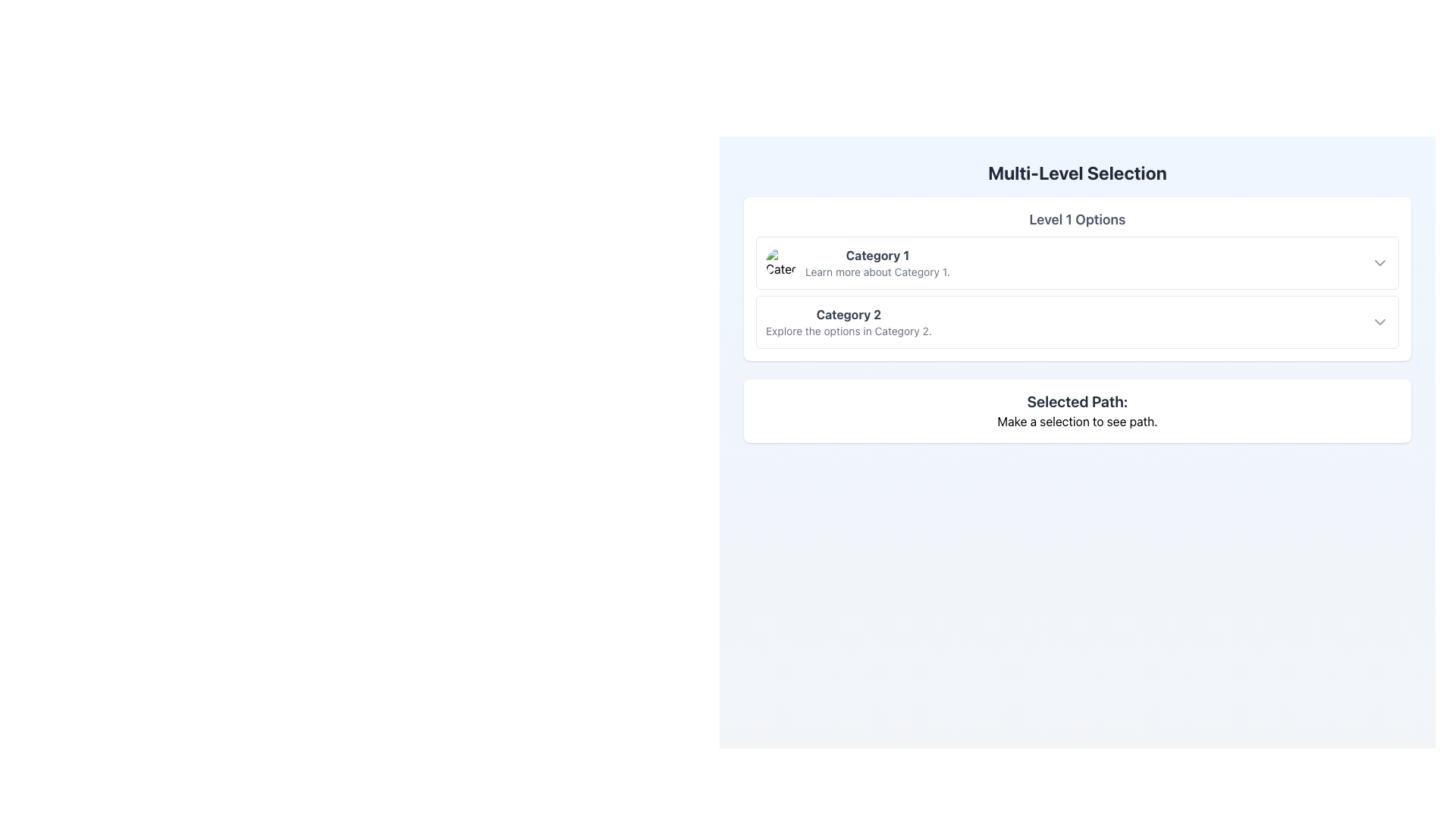  I want to click on static text element labeled 'Category 1' which is positioned in the first section of the 'Level 1 Options' column, directly to the right of an icon and above the text 'Learn more about Category 1.', so click(877, 254).